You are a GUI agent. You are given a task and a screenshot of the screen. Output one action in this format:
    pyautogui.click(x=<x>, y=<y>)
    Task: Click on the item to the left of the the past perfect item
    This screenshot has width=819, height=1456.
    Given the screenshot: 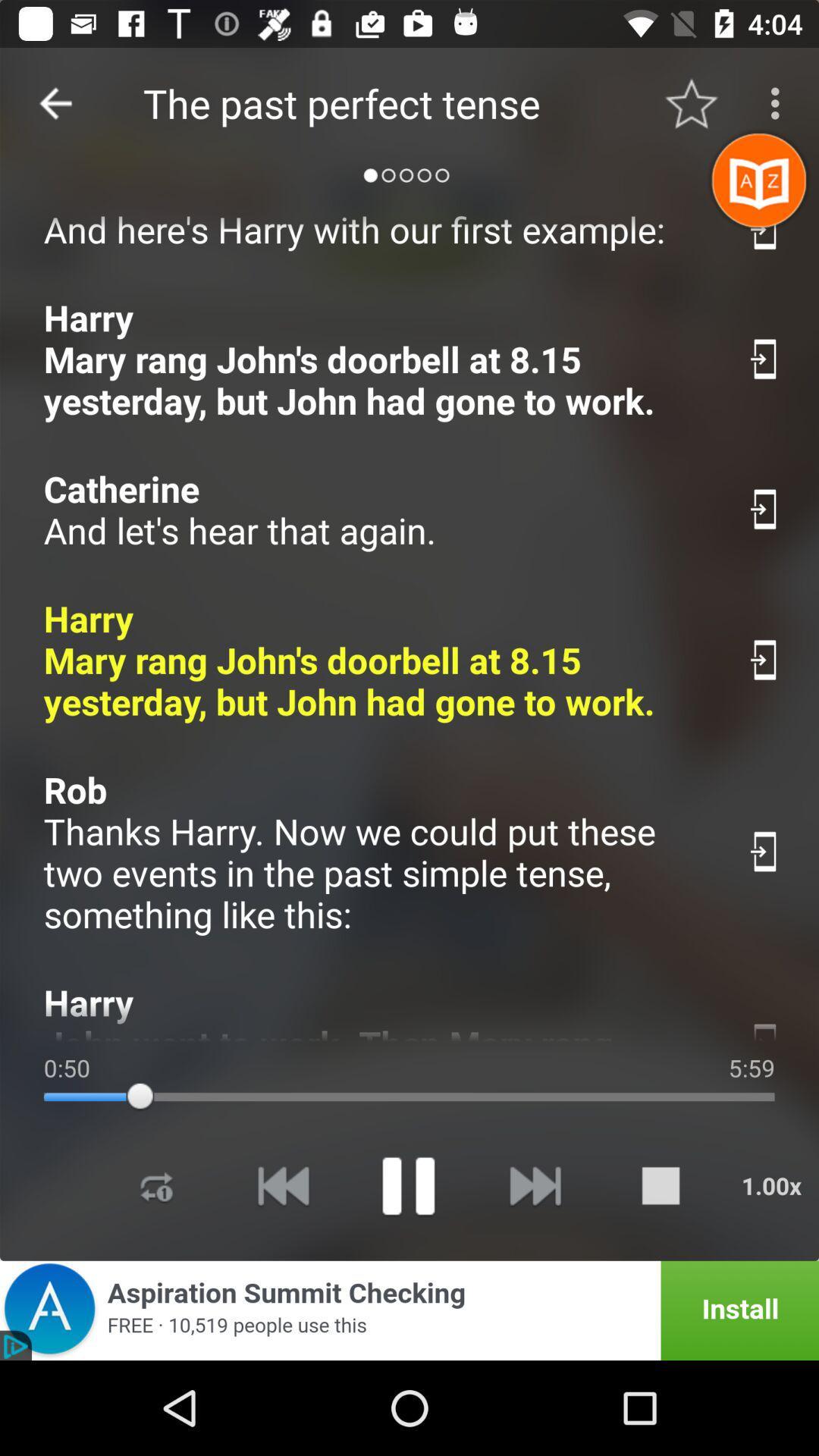 What is the action you would take?
    pyautogui.click(x=55, y=102)
    